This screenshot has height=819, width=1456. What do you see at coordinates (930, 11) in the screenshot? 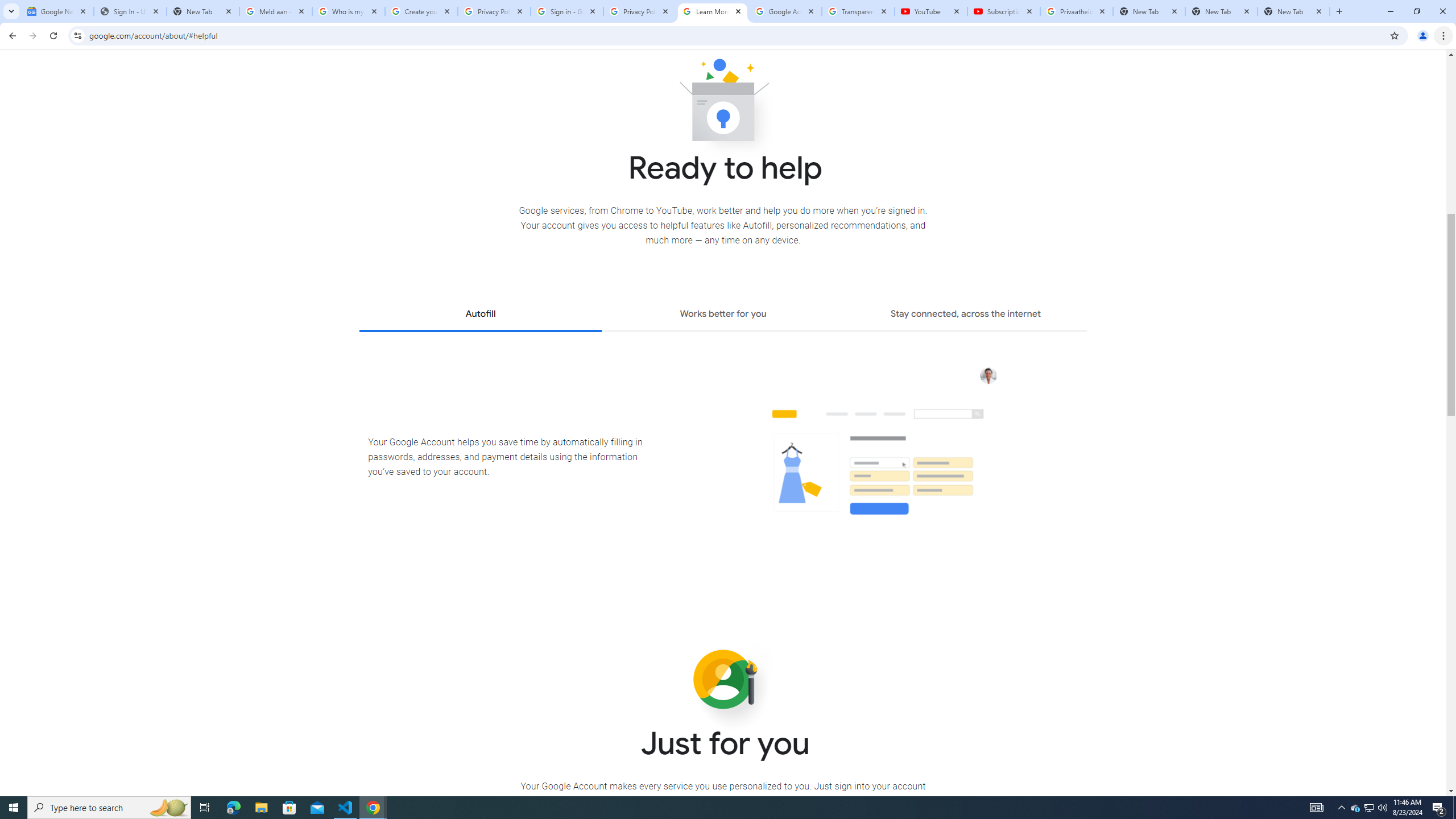
I see `'YouTube'` at bounding box center [930, 11].